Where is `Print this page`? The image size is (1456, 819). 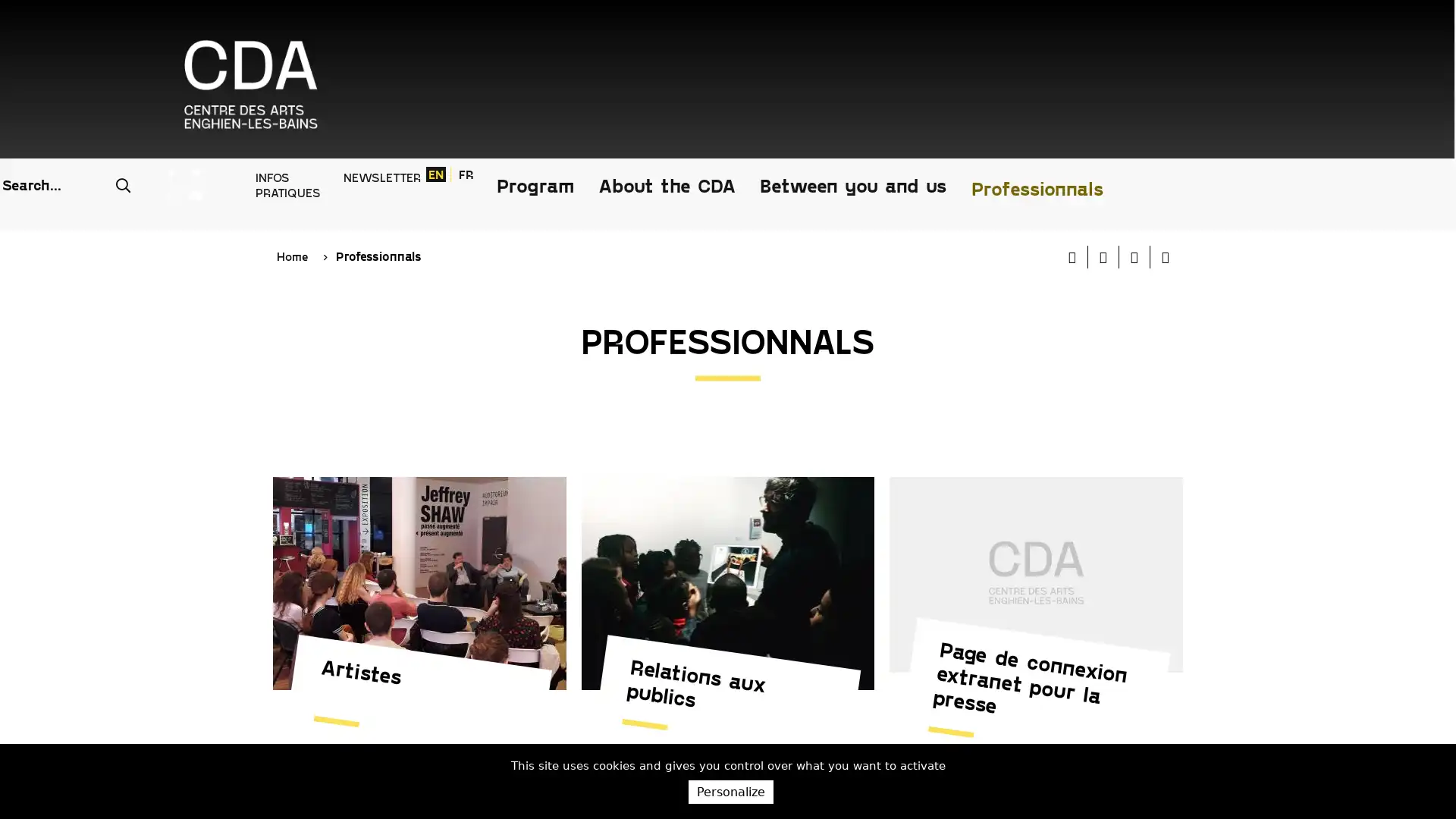
Print this page is located at coordinates (1072, 149).